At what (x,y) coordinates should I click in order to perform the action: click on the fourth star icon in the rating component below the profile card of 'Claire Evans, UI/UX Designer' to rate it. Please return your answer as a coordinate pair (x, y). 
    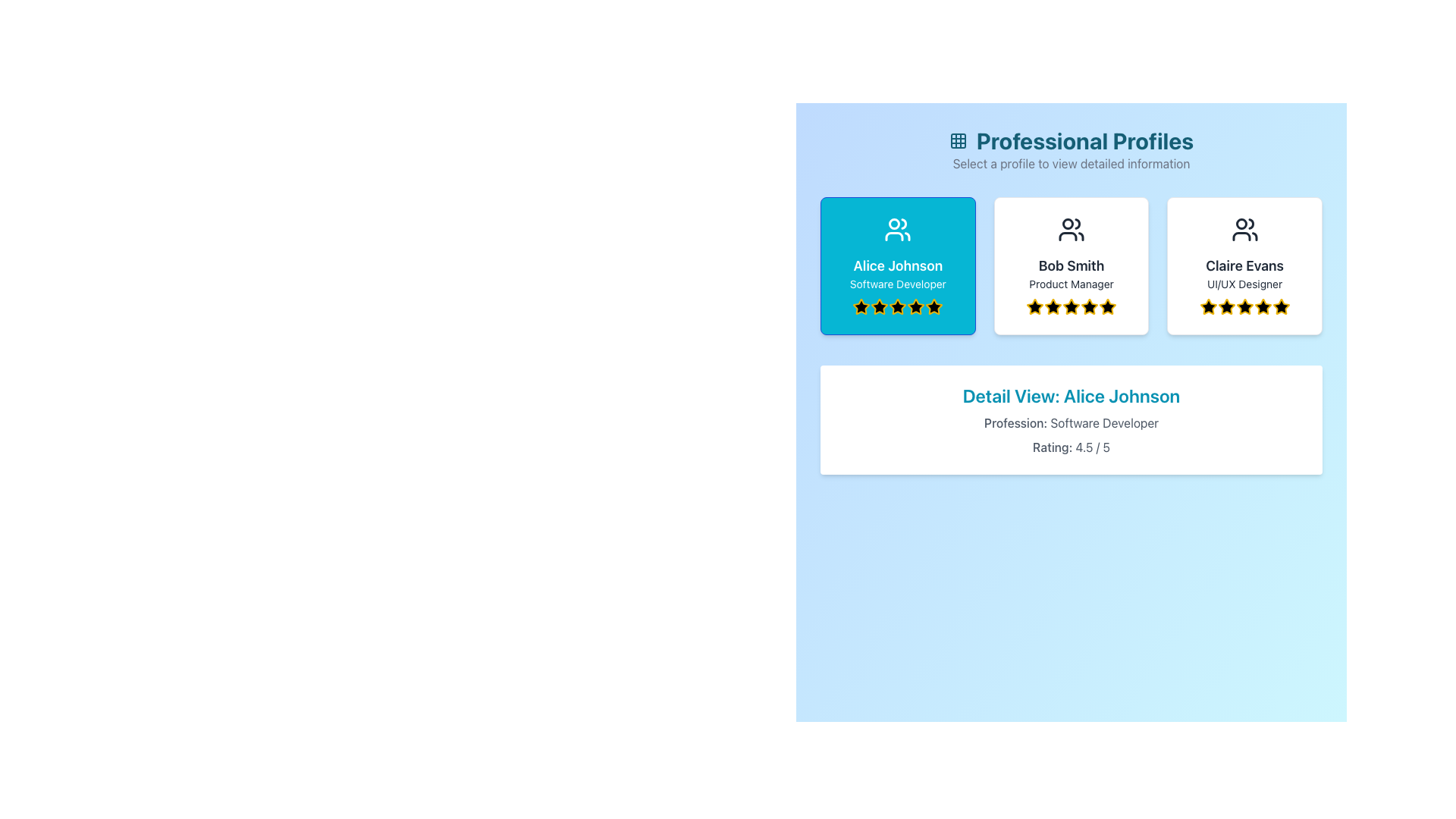
    Looking at the image, I should click on (1244, 306).